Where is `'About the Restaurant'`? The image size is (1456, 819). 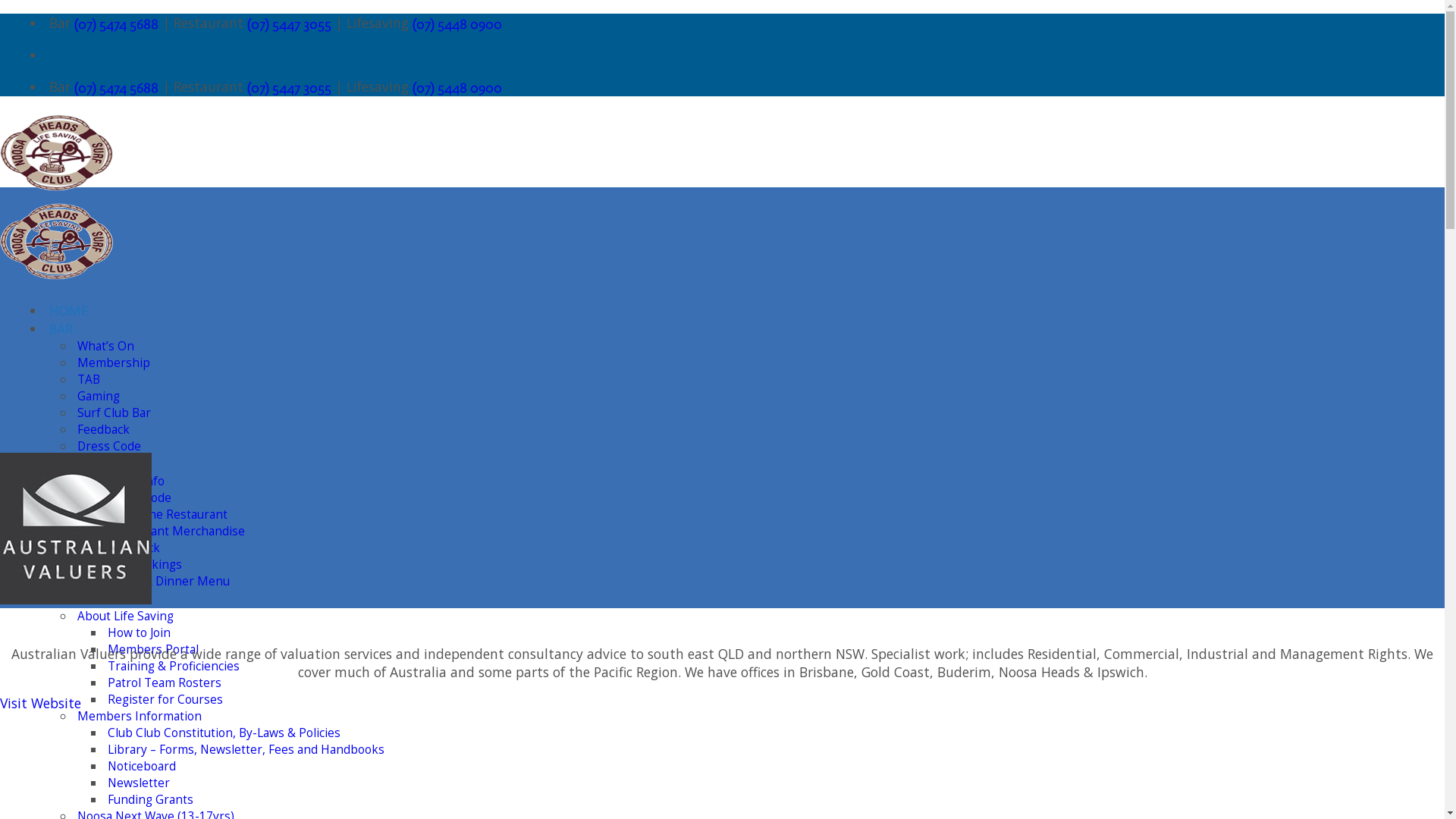 'About the Restaurant' is located at coordinates (107, 513).